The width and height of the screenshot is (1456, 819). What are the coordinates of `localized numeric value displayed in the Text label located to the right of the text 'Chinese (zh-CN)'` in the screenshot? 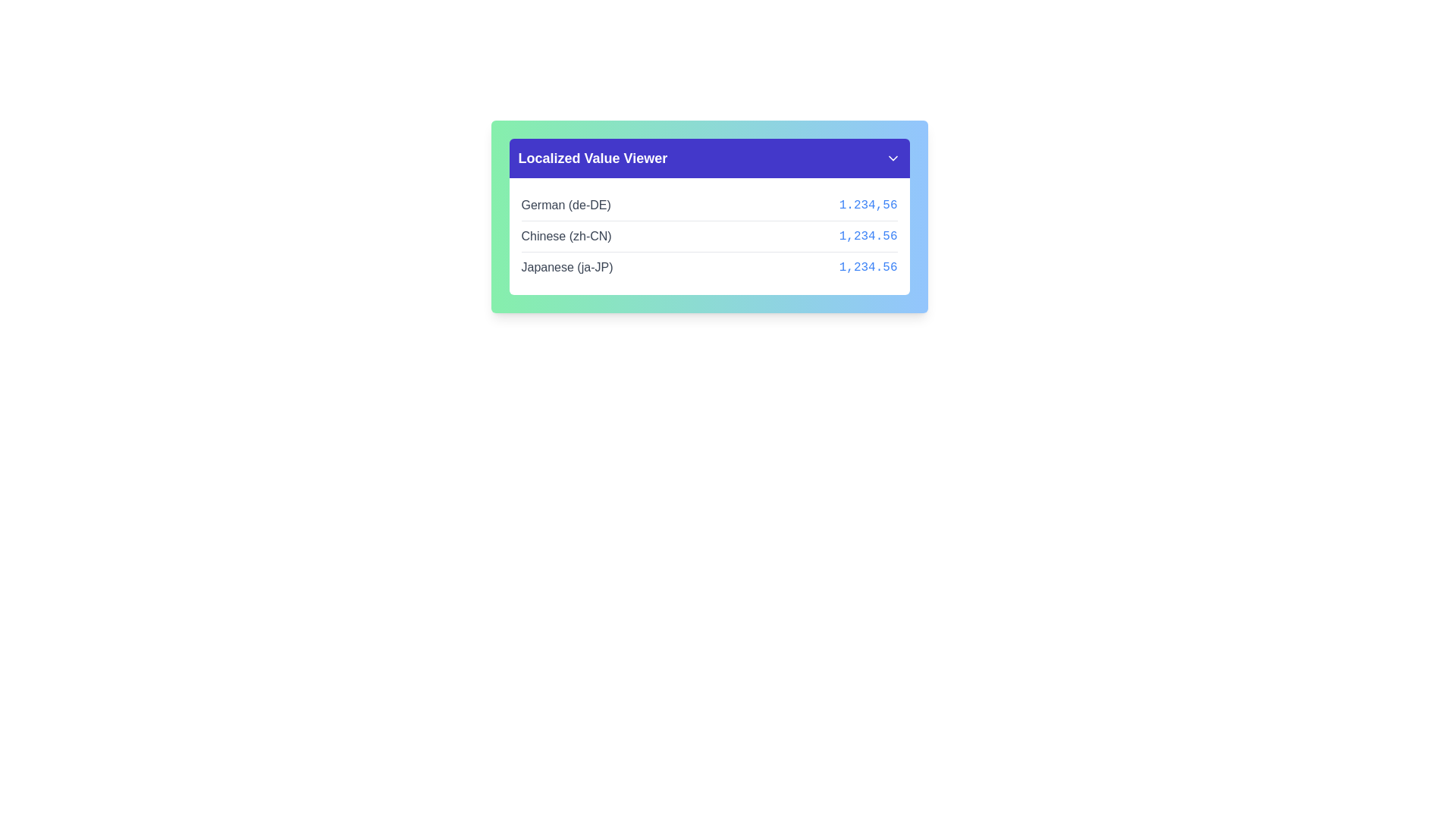 It's located at (868, 237).